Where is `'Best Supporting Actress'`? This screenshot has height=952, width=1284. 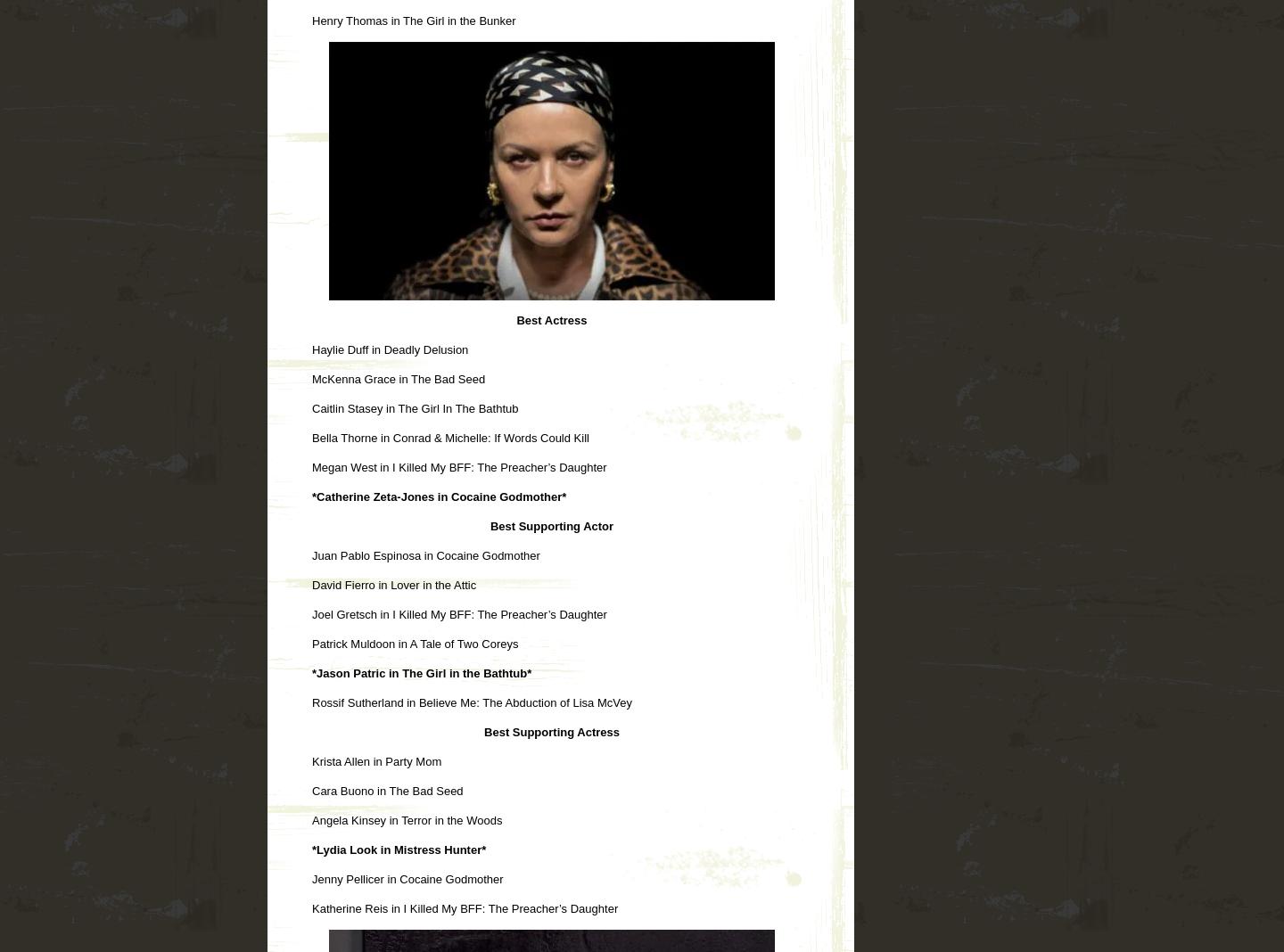 'Best Supporting Actress' is located at coordinates (484, 730).